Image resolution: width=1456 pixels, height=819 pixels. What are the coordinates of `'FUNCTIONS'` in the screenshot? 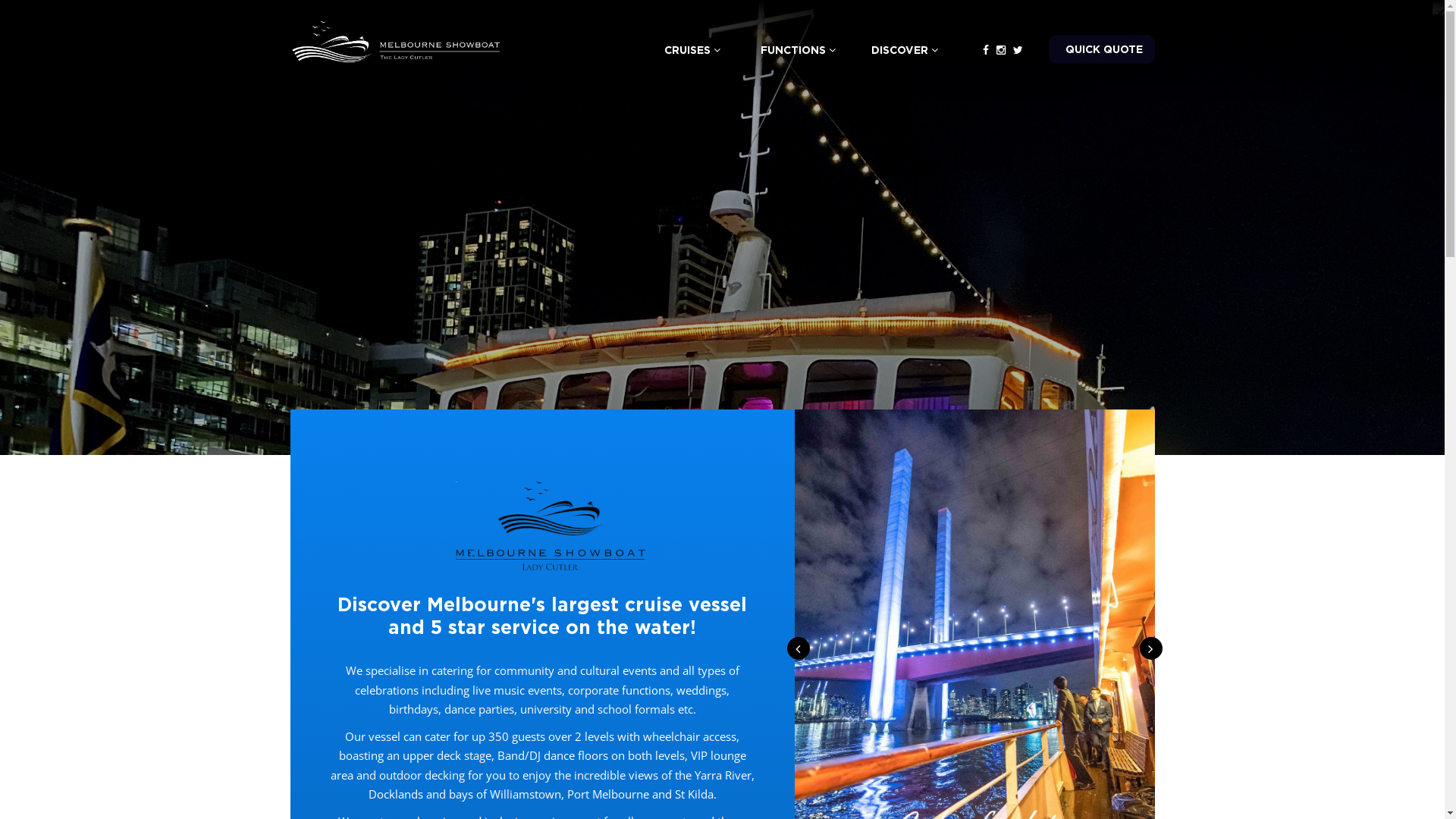 It's located at (796, 49).